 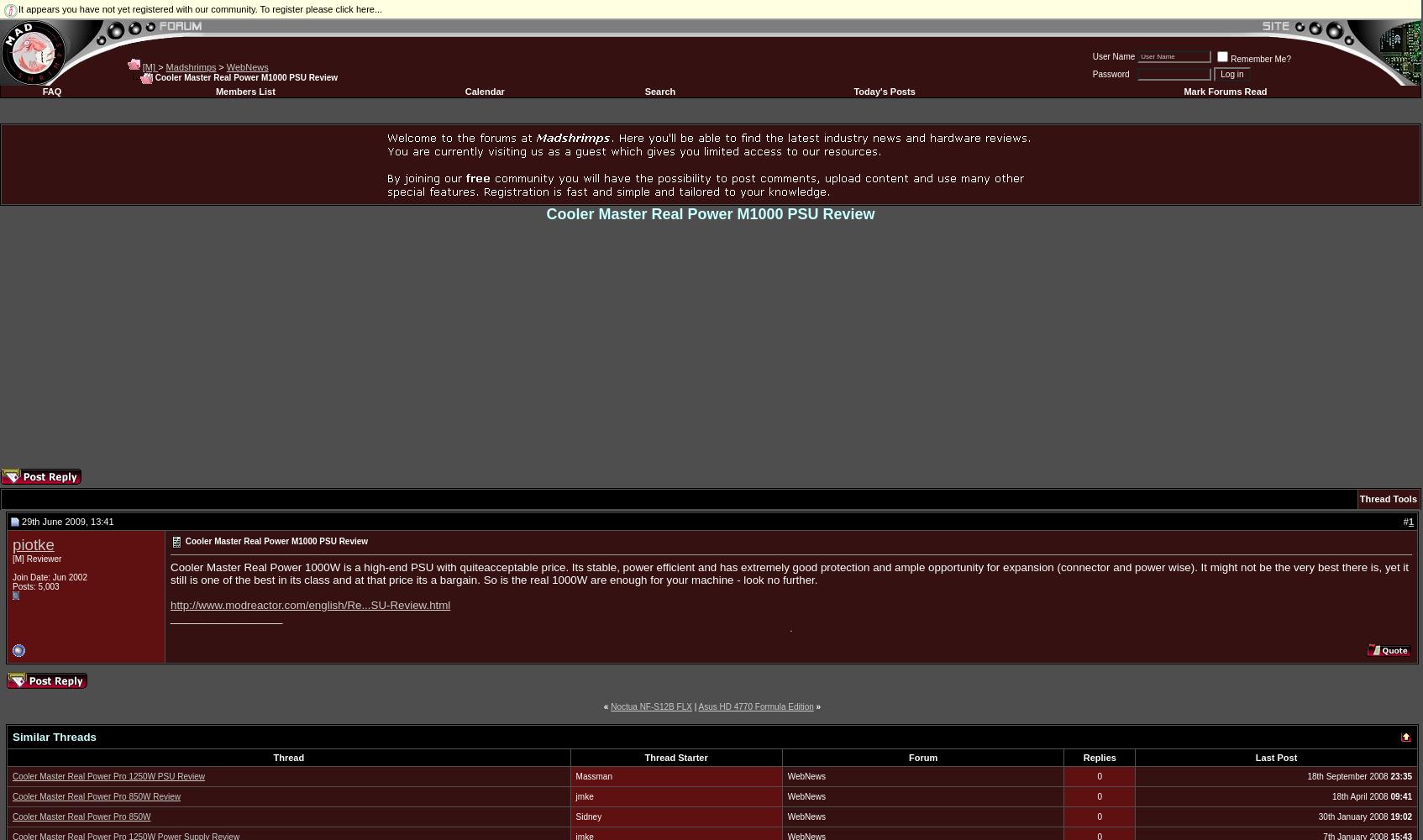 I want to click on 'Thread Starter', so click(x=675, y=757).